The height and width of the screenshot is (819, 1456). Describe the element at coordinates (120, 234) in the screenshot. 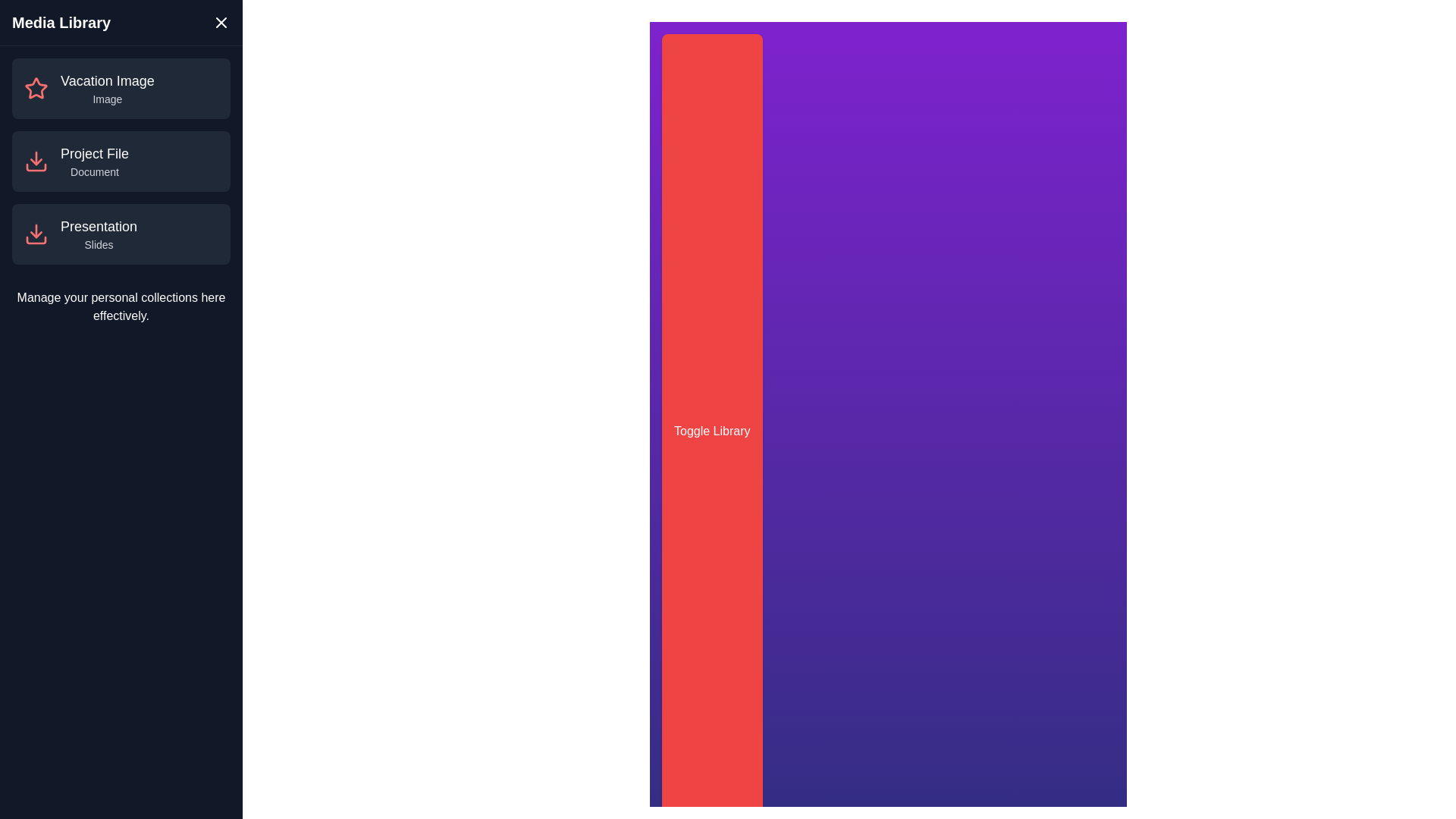

I see `the media item named Presentation from the list` at that location.